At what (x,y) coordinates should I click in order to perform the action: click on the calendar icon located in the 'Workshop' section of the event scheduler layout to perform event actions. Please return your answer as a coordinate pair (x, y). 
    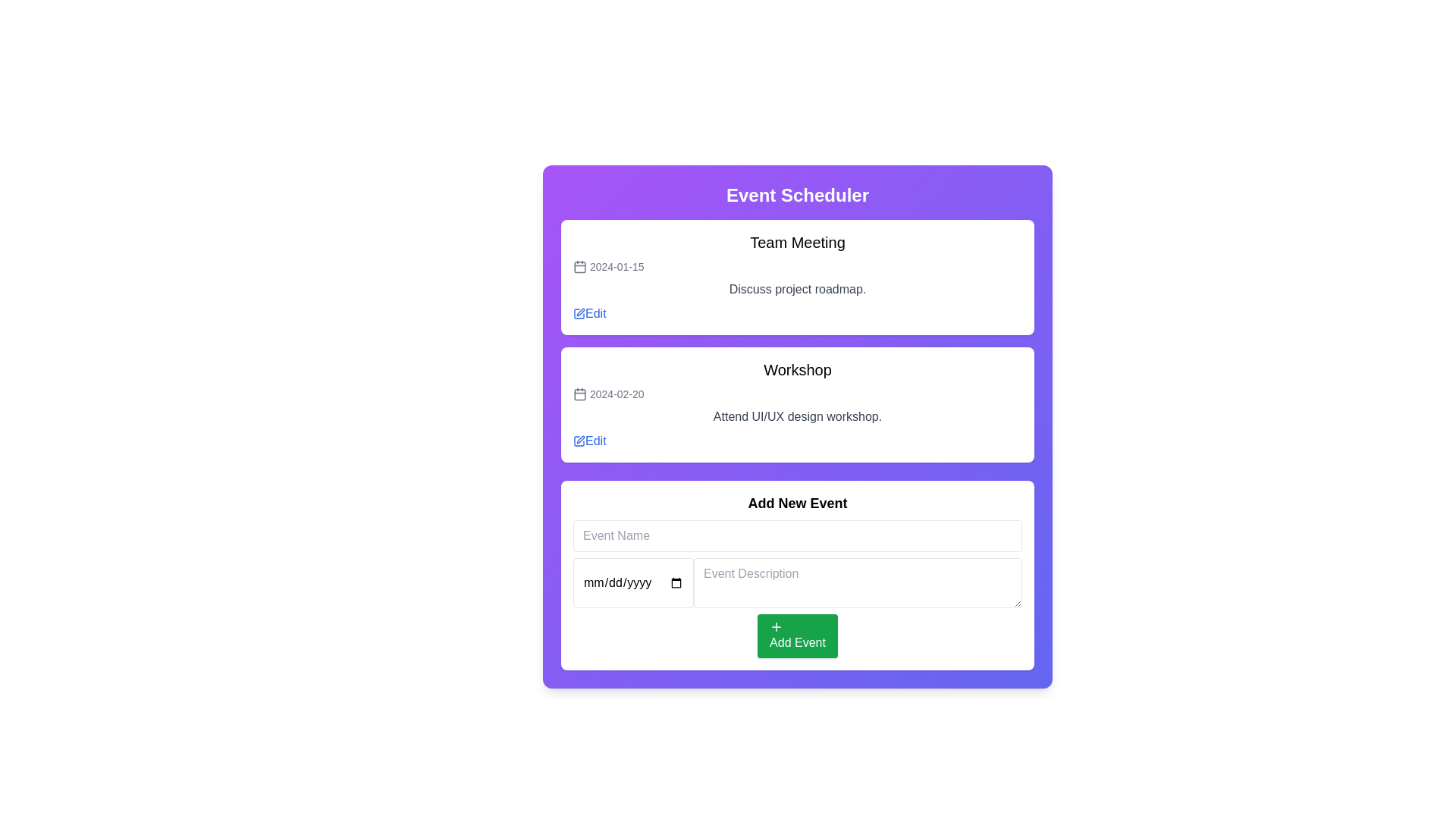
    Looking at the image, I should click on (579, 394).